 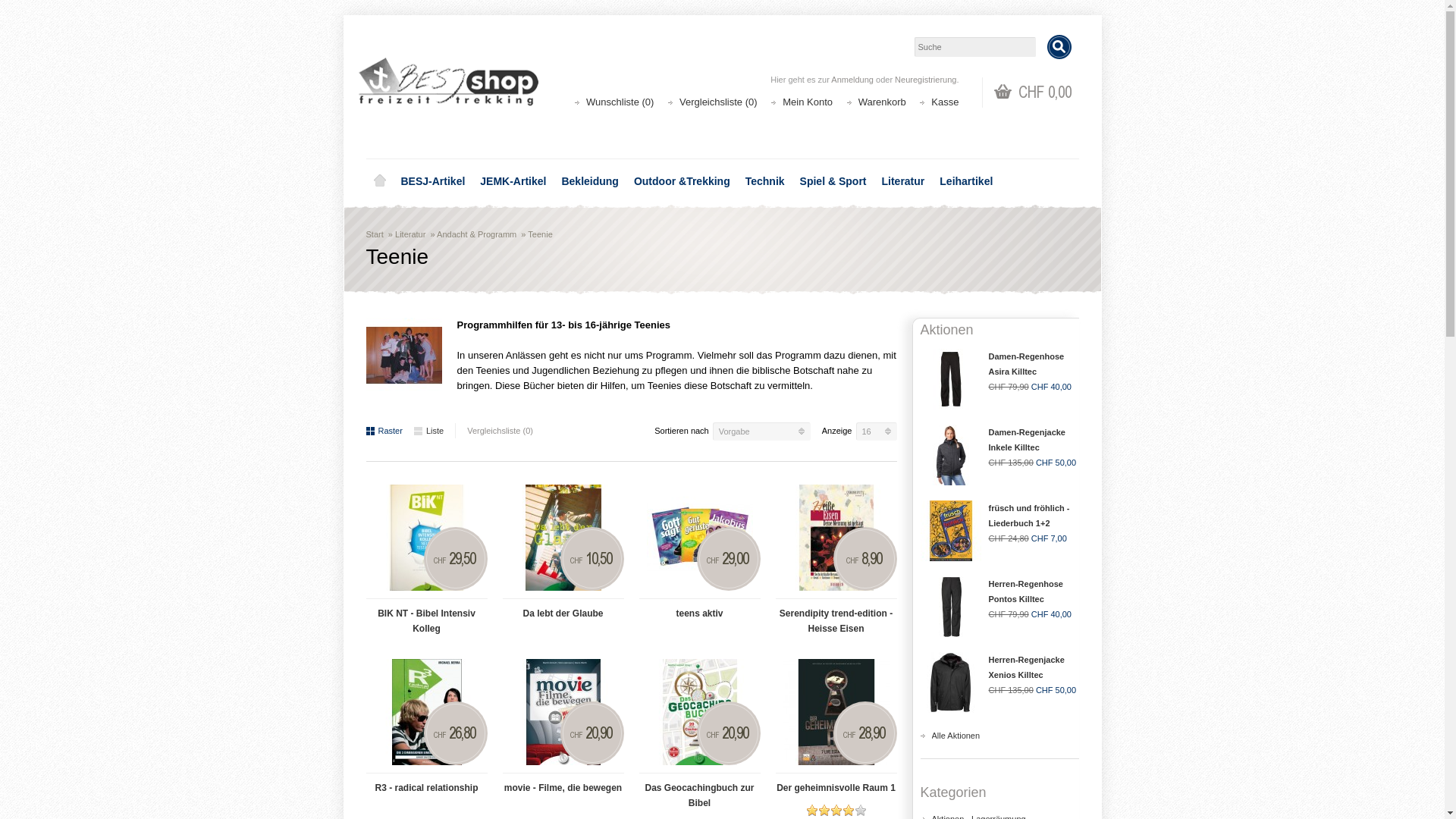 I want to click on 'Andacht & Programm', so click(x=475, y=234).